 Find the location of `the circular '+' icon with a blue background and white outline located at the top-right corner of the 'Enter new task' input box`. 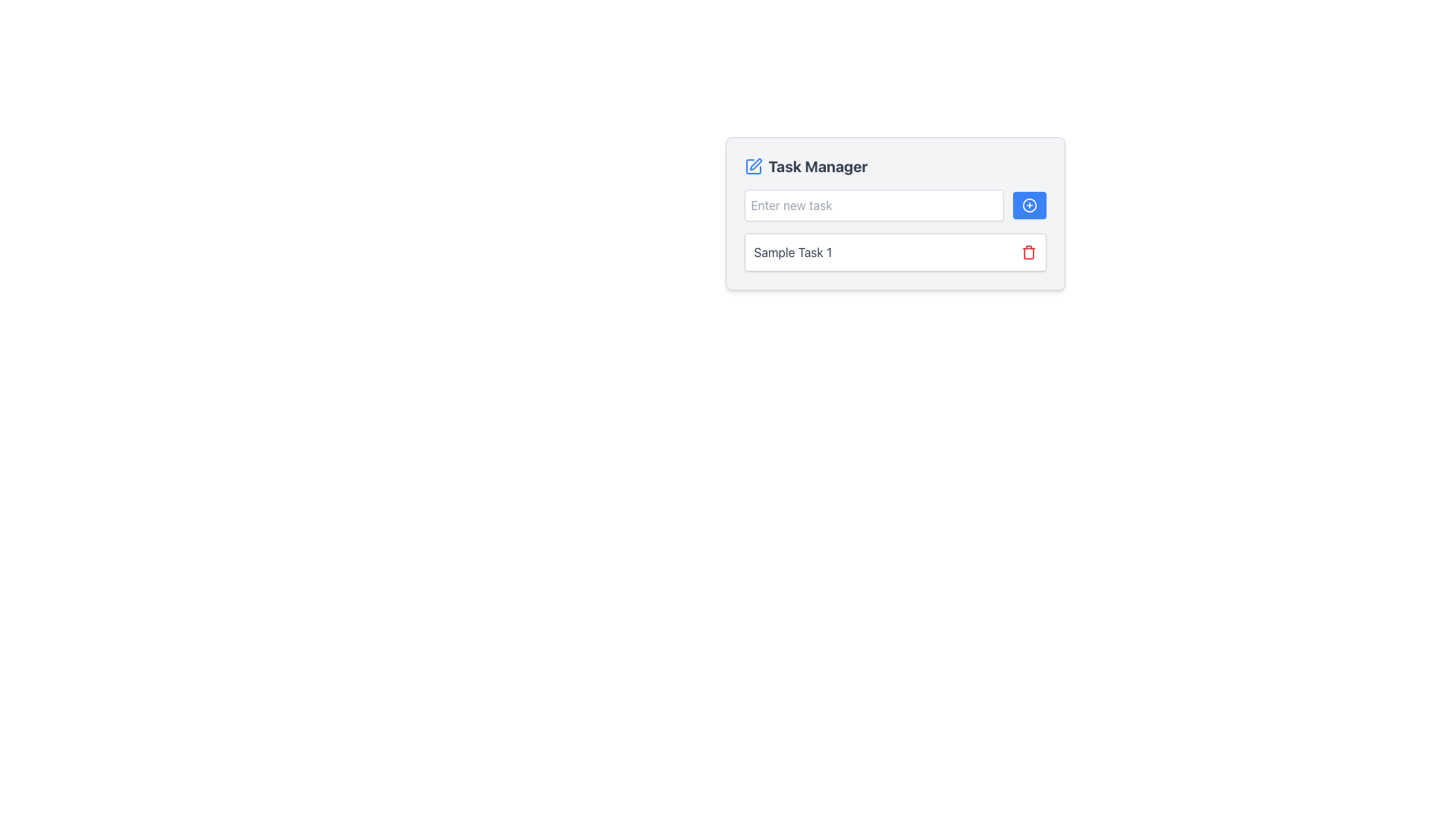

the circular '+' icon with a blue background and white outline located at the top-right corner of the 'Enter new task' input box is located at coordinates (1029, 205).